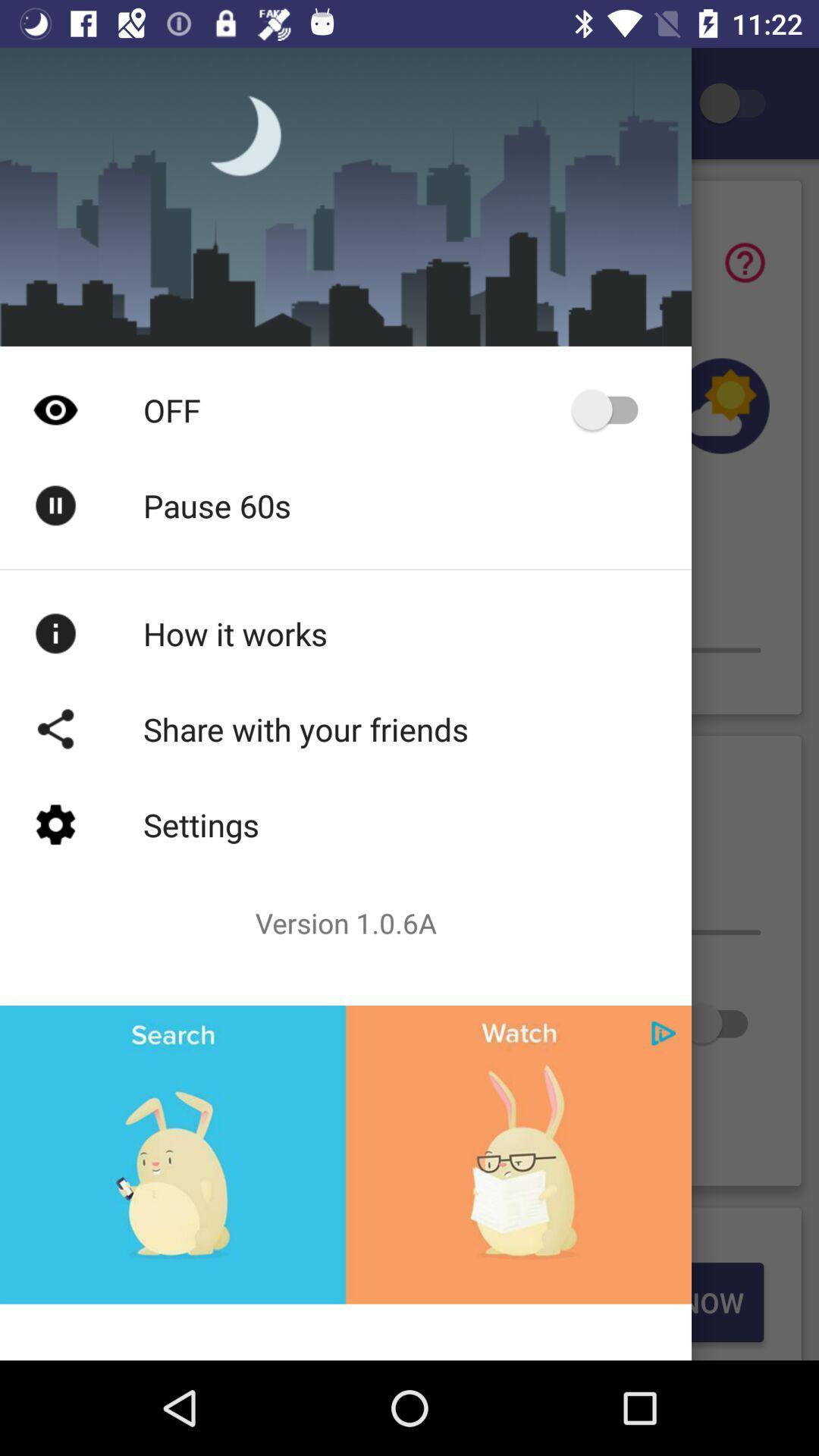 The width and height of the screenshot is (819, 1456). Describe the element at coordinates (721, 1023) in the screenshot. I see `switch` at that location.